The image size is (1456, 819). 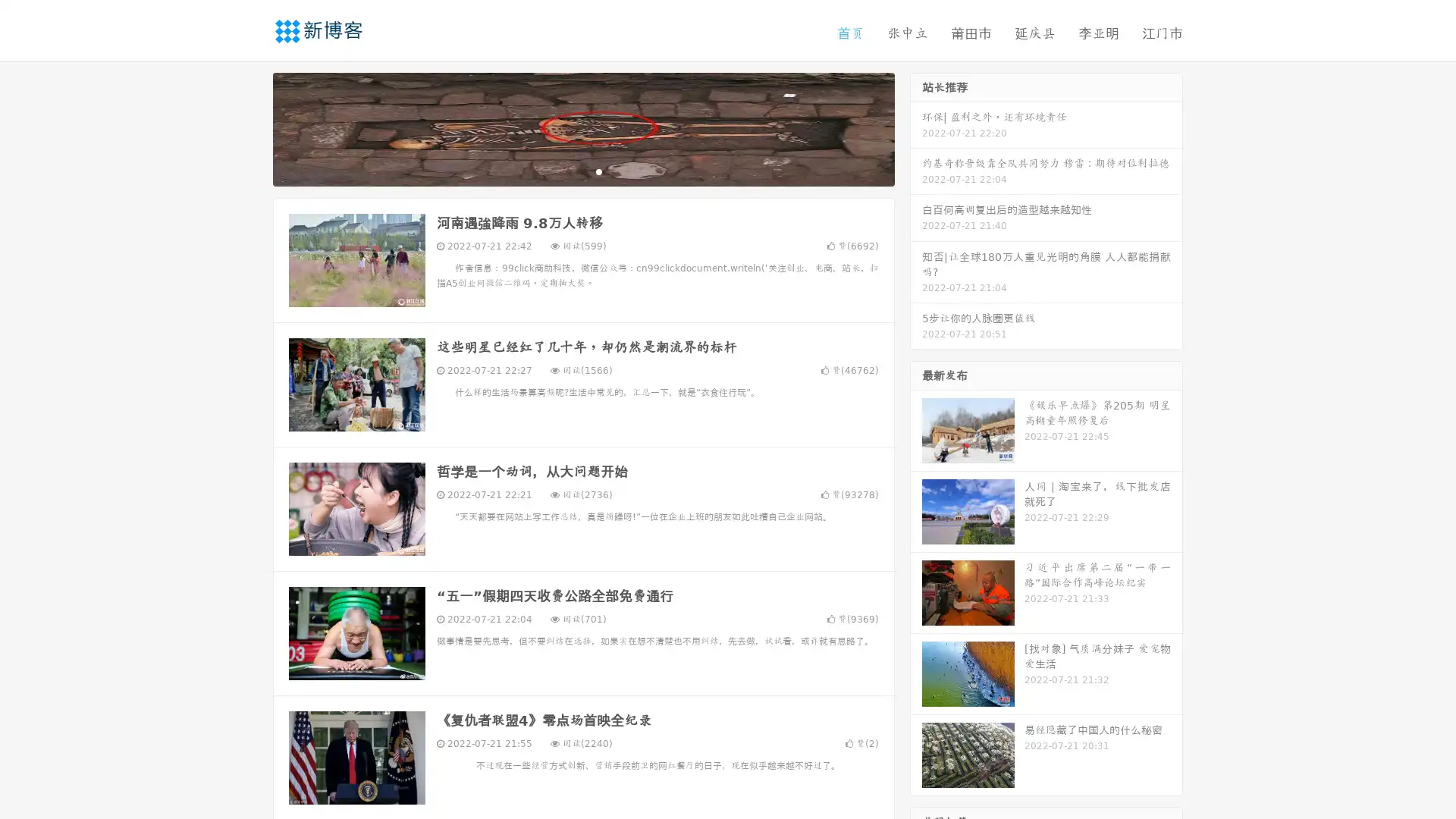 What do you see at coordinates (916, 127) in the screenshot?
I see `Next slide` at bounding box center [916, 127].